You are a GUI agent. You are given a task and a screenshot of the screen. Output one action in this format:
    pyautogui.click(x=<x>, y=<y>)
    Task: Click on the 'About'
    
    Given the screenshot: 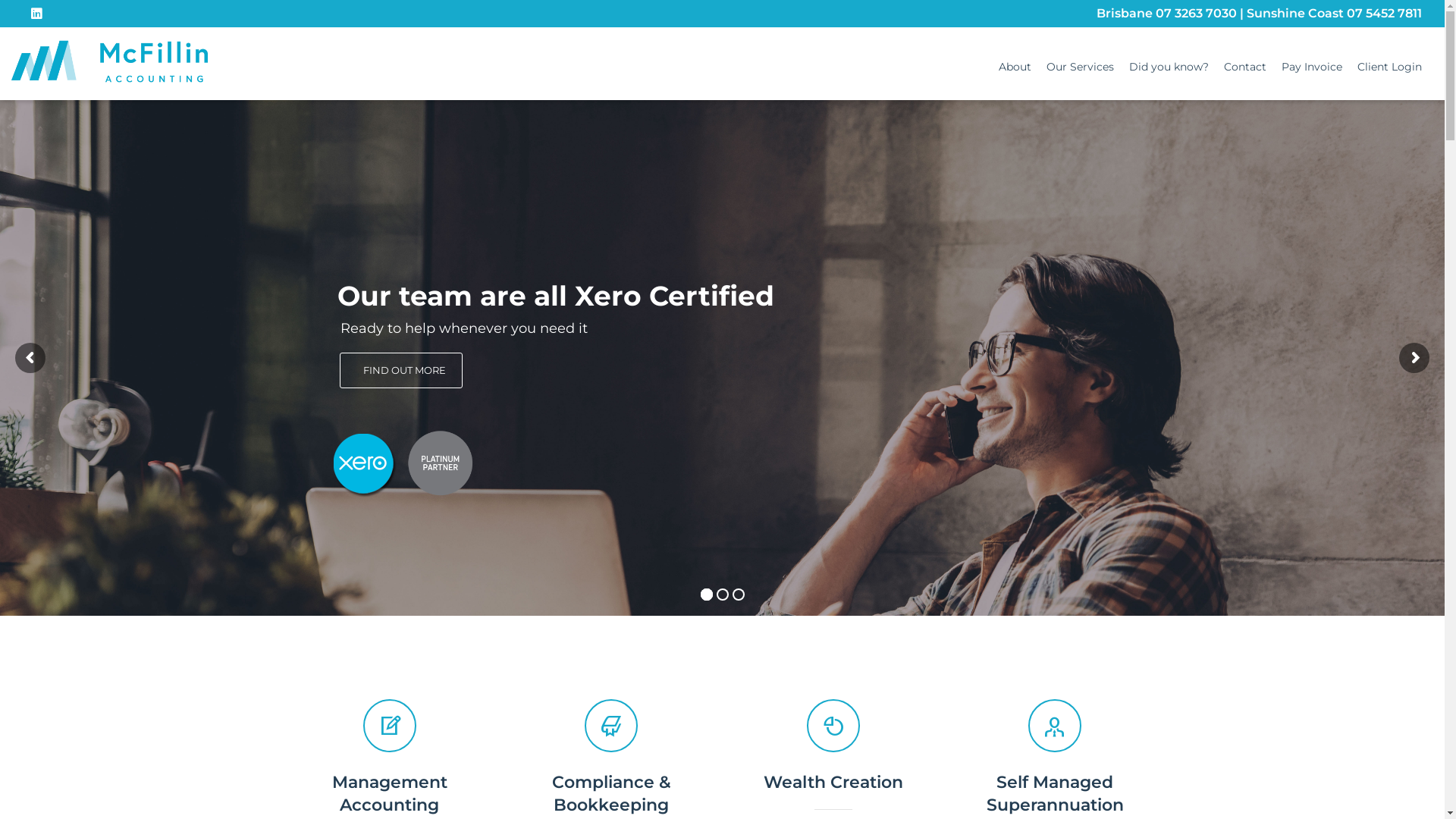 What is the action you would take?
    pyautogui.click(x=1015, y=66)
    